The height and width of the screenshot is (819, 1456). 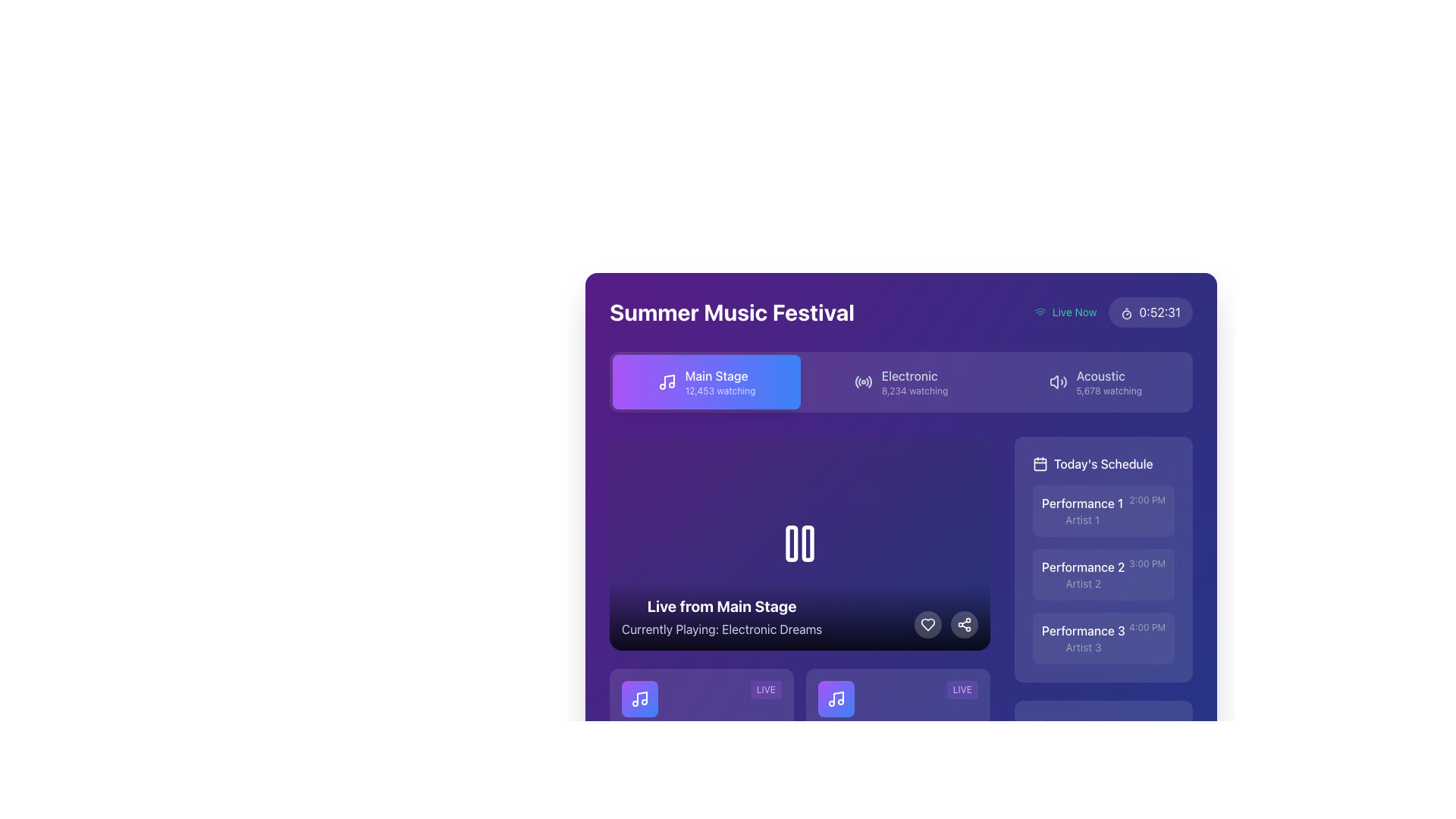 I want to click on the text label indicating the performer or artist associated with 'Performance 3' in the 'Today's Schedule' section, so click(x=1082, y=647).